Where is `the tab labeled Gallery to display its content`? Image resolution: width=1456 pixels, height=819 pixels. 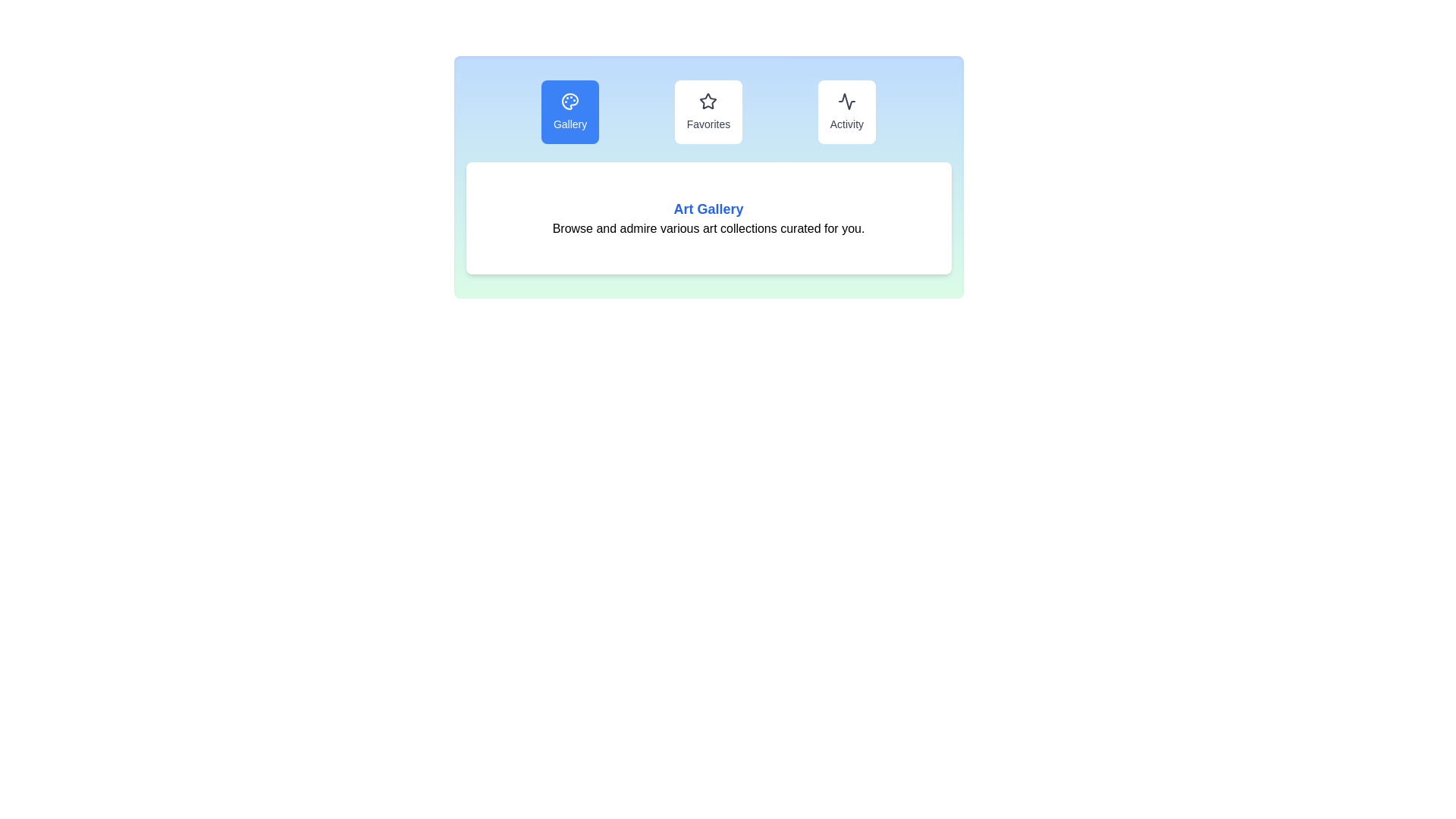
the tab labeled Gallery to display its content is located at coordinates (570, 111).